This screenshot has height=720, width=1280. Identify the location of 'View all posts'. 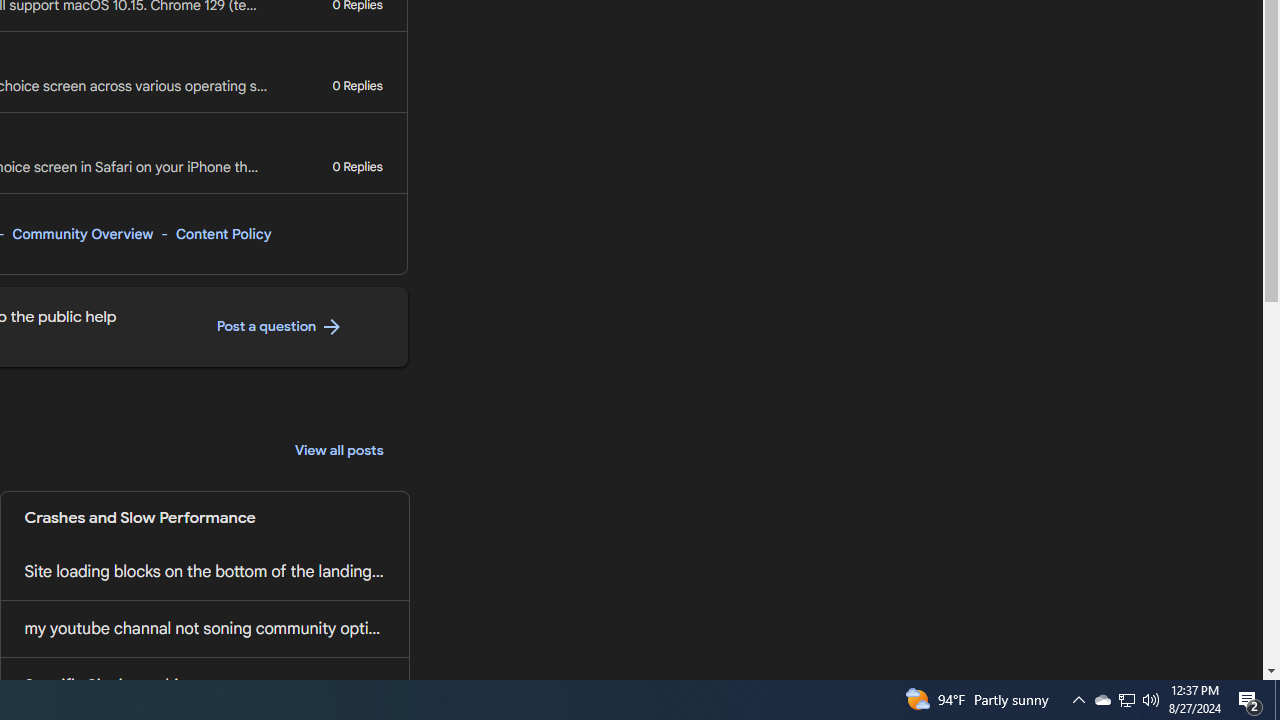
(339, 451).